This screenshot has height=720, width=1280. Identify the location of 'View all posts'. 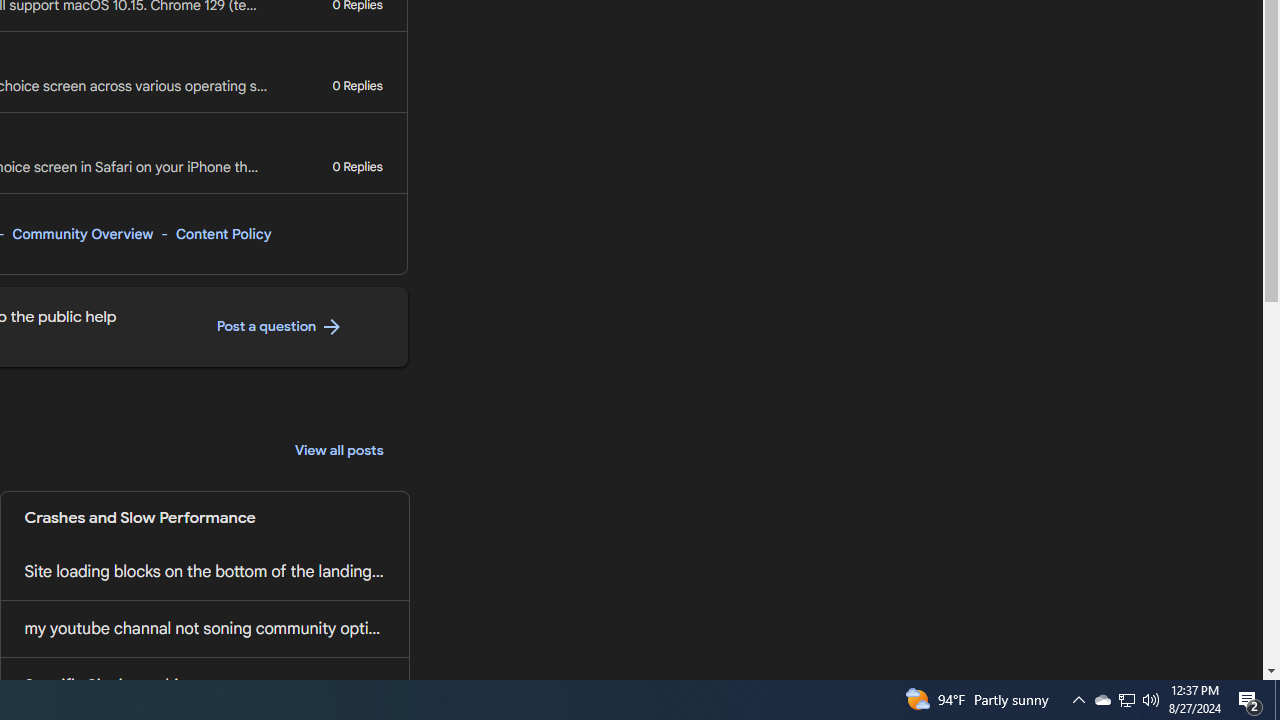
(339, 451).